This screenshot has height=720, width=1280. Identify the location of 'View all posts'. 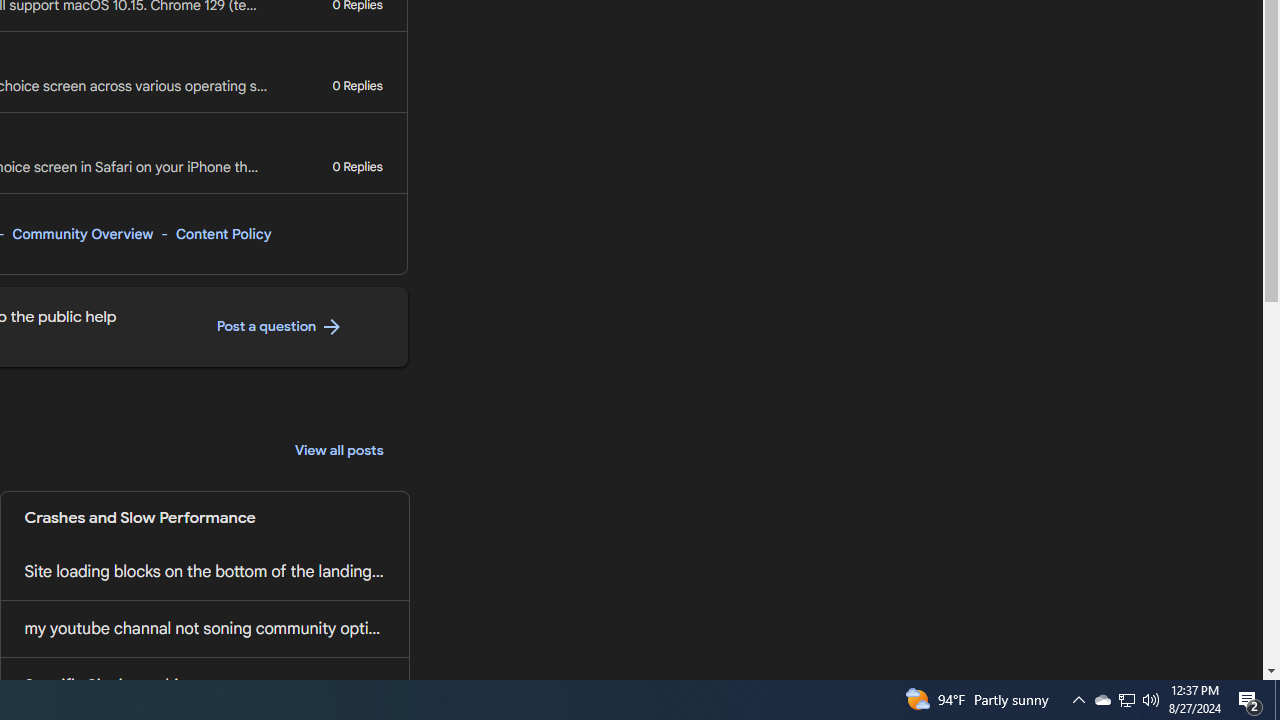
(339, 451).